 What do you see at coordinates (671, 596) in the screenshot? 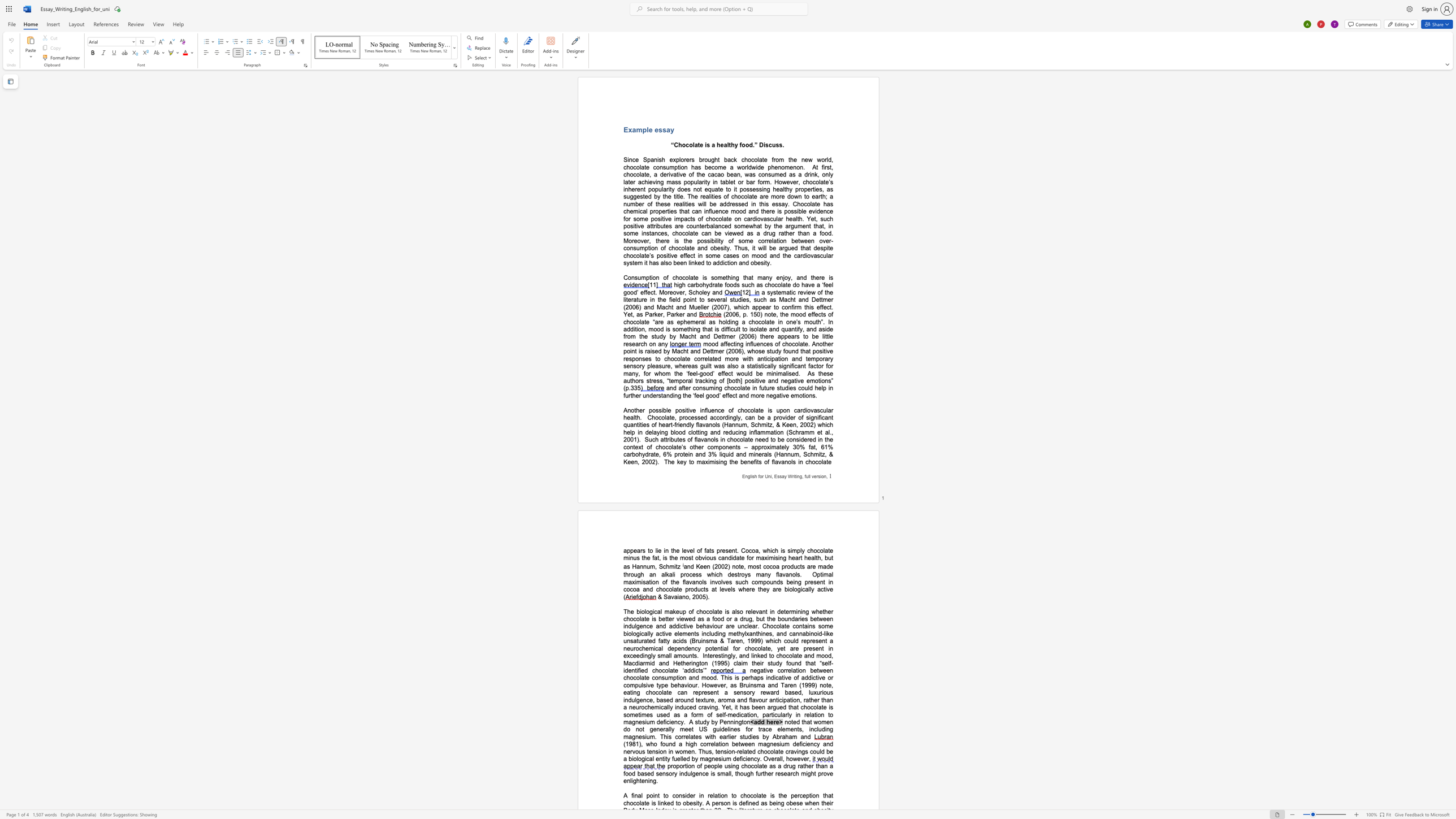
I see `the space between the continuous character "a" and "v" in the text` at bounding box center [671, 596].